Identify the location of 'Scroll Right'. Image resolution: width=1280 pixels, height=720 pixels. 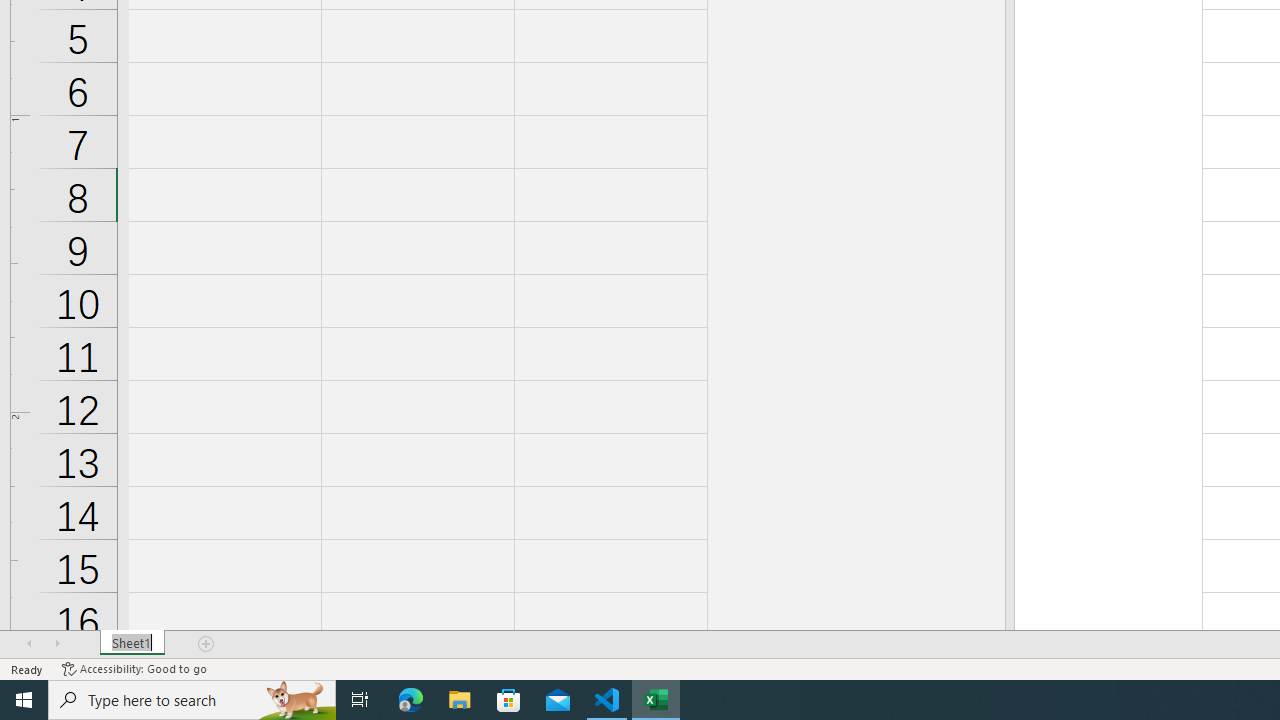
(57, 644).